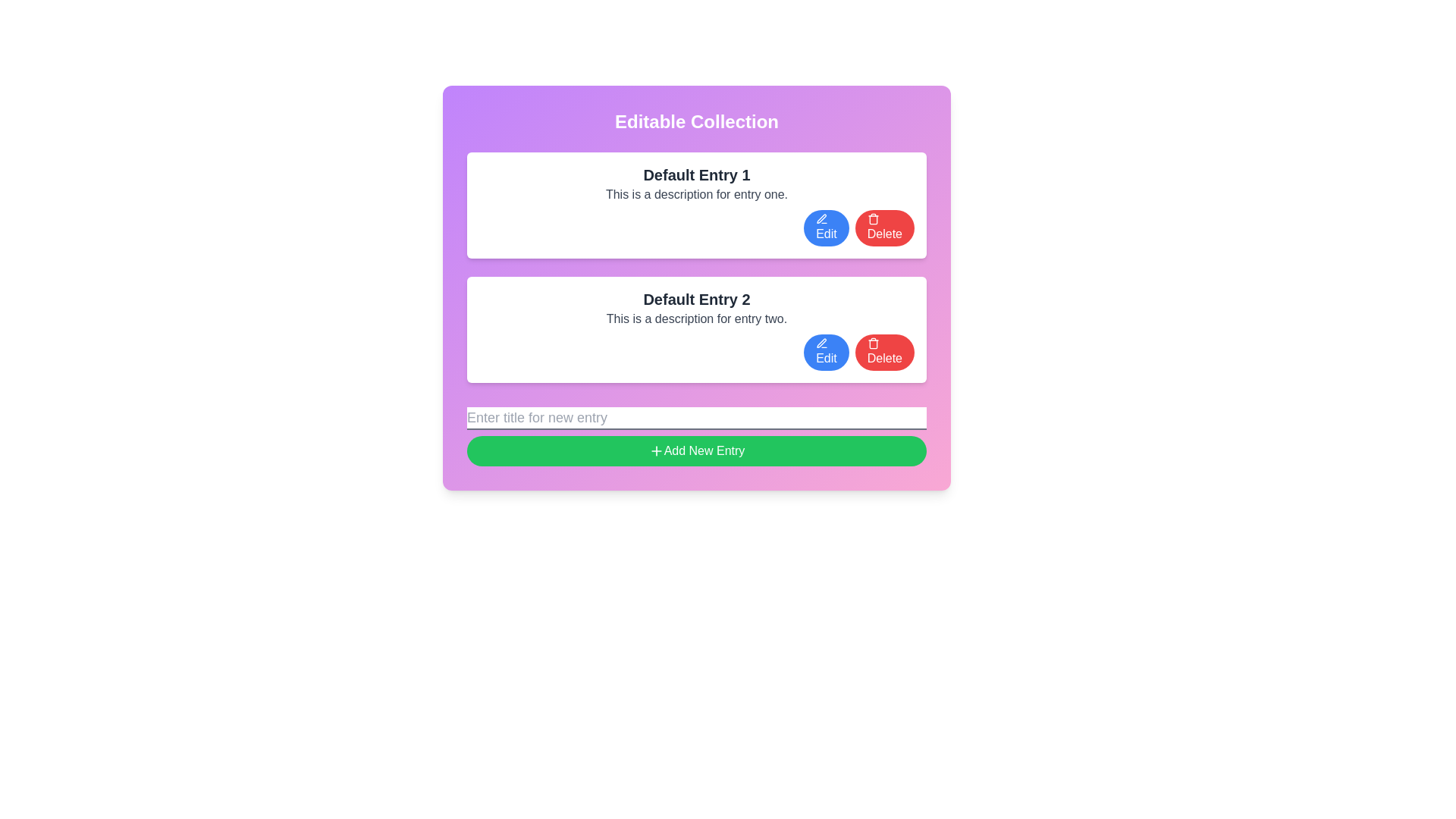 The image size is (1456, 819). Describe the element at coordinates (825, 353) in the screenshot. I see `the button that initiates the editing process for the associated entry, located on the right side of the second entry within the 'Editable Collection' section, directly to the left of a red 'Delete' button` at that location.